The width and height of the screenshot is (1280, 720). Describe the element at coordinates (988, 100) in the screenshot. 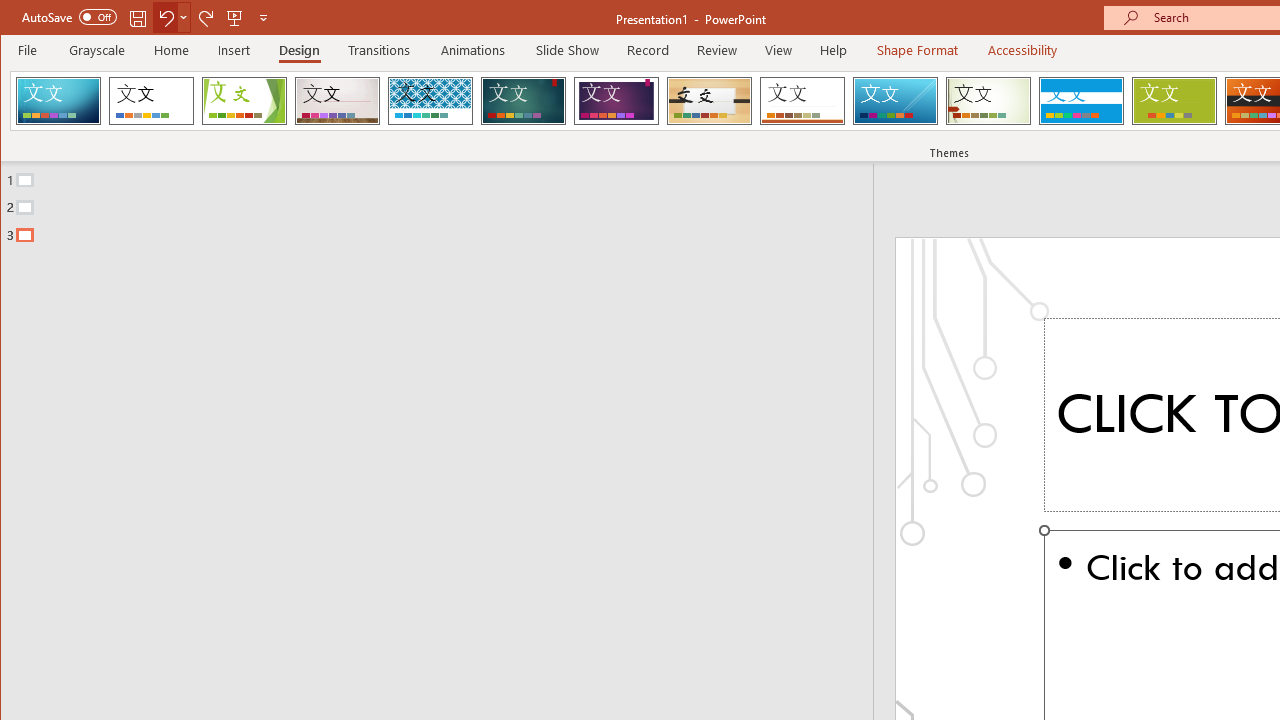

I see `'Wisp'` at that location.